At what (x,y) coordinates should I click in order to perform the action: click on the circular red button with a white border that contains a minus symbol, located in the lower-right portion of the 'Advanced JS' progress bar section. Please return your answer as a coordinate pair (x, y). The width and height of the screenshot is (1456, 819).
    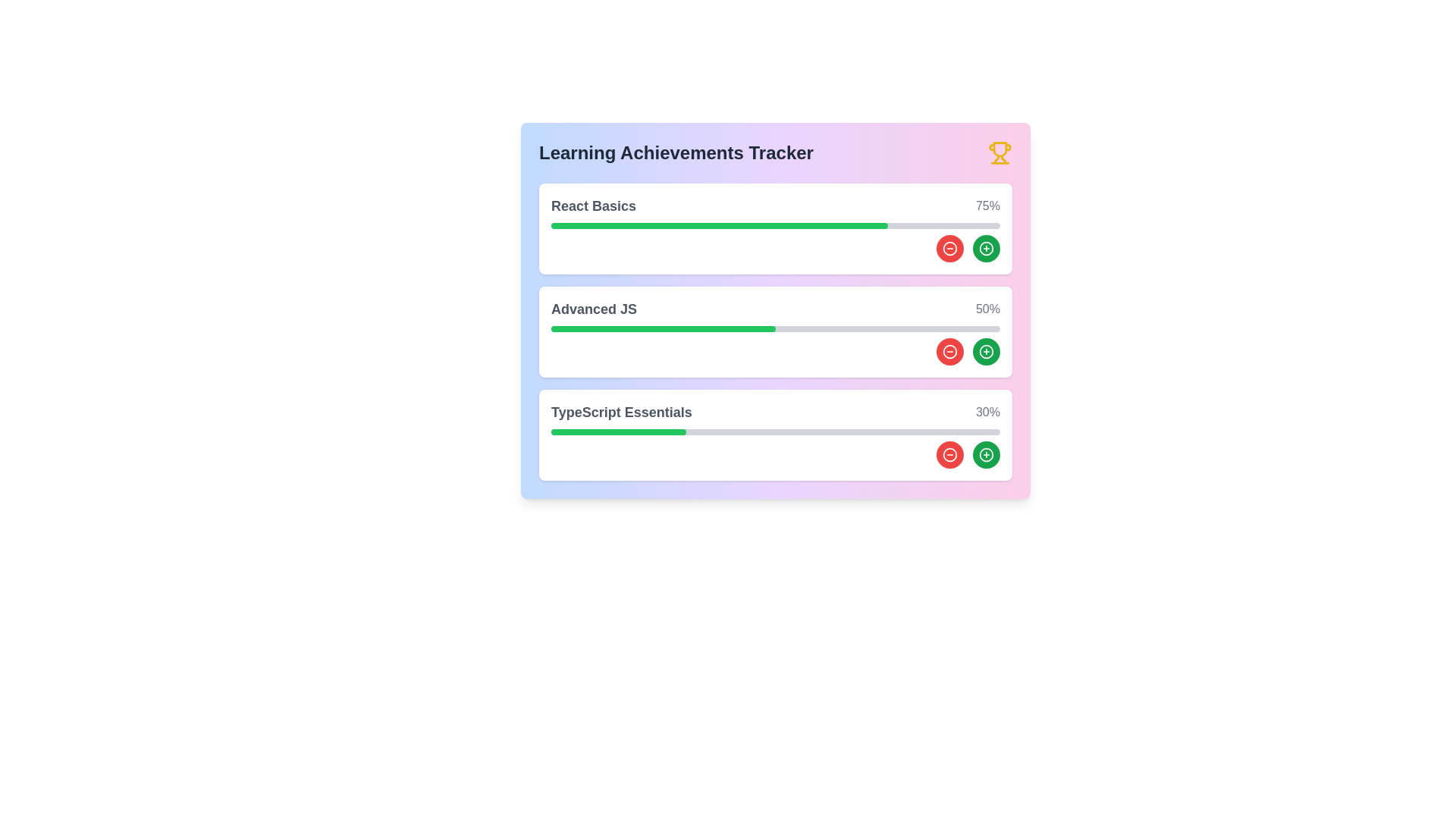
    Looking at the image, I should click on (949, 351).